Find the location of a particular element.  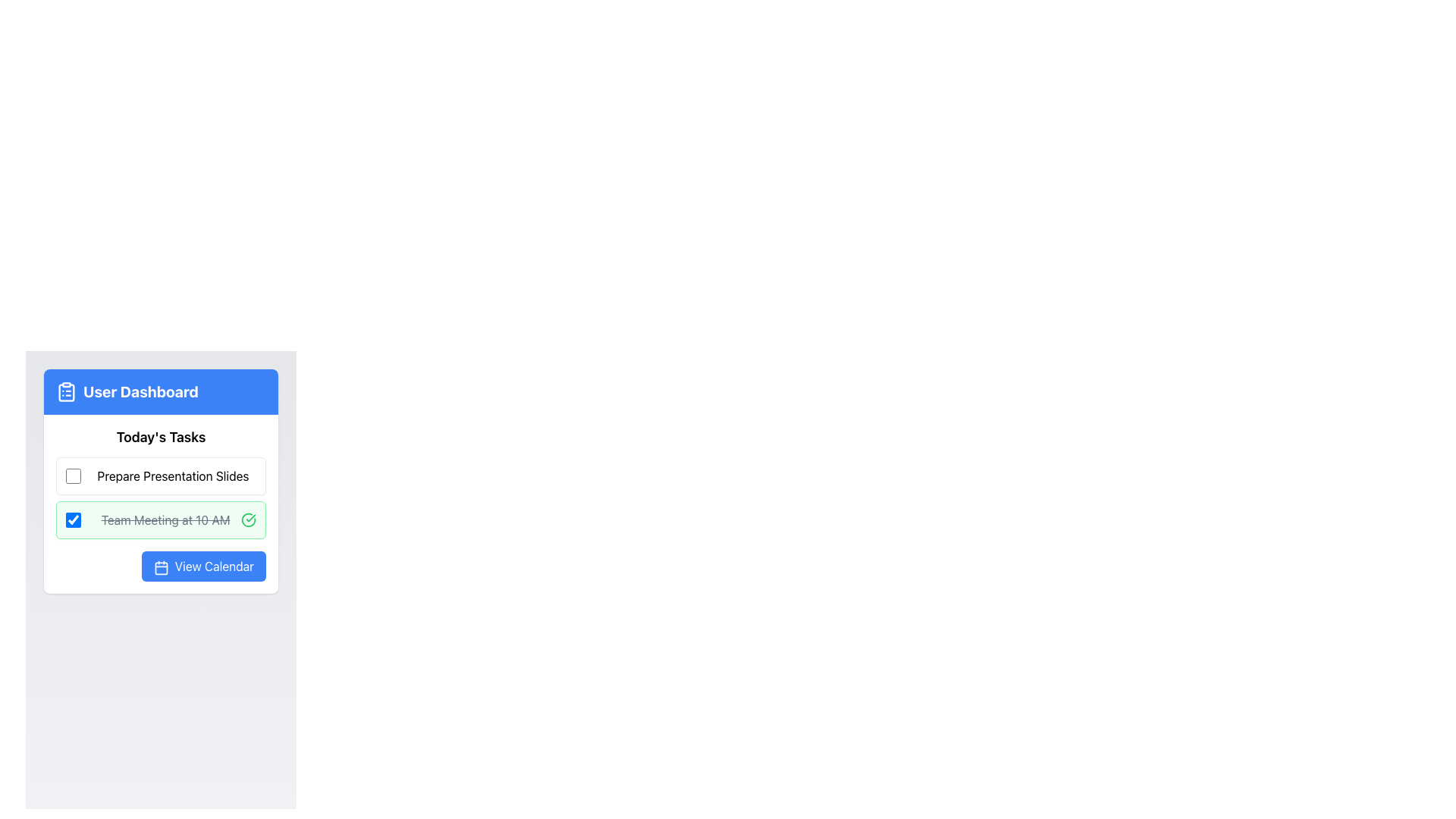

the clipboard icon with a checklist on the User Dashboard, located at the top-left corner of the blue background banner is located at coordinates (65, 391).